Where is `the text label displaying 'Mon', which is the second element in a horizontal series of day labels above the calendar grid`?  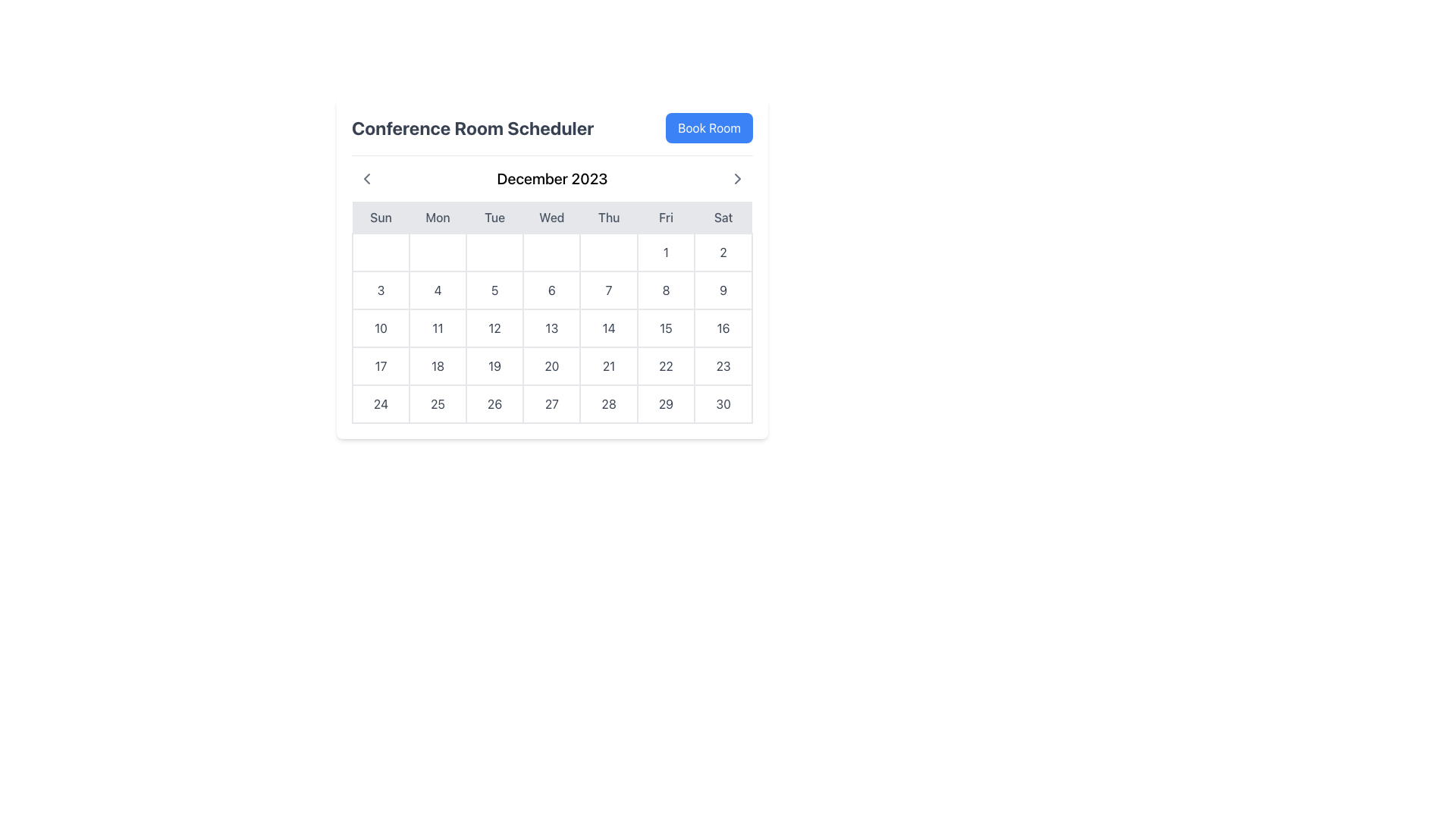 the text label displaying 'Mon', which is the second element in a horizontal series of day labels above the calendar grid is located at coordinates (437, 218).